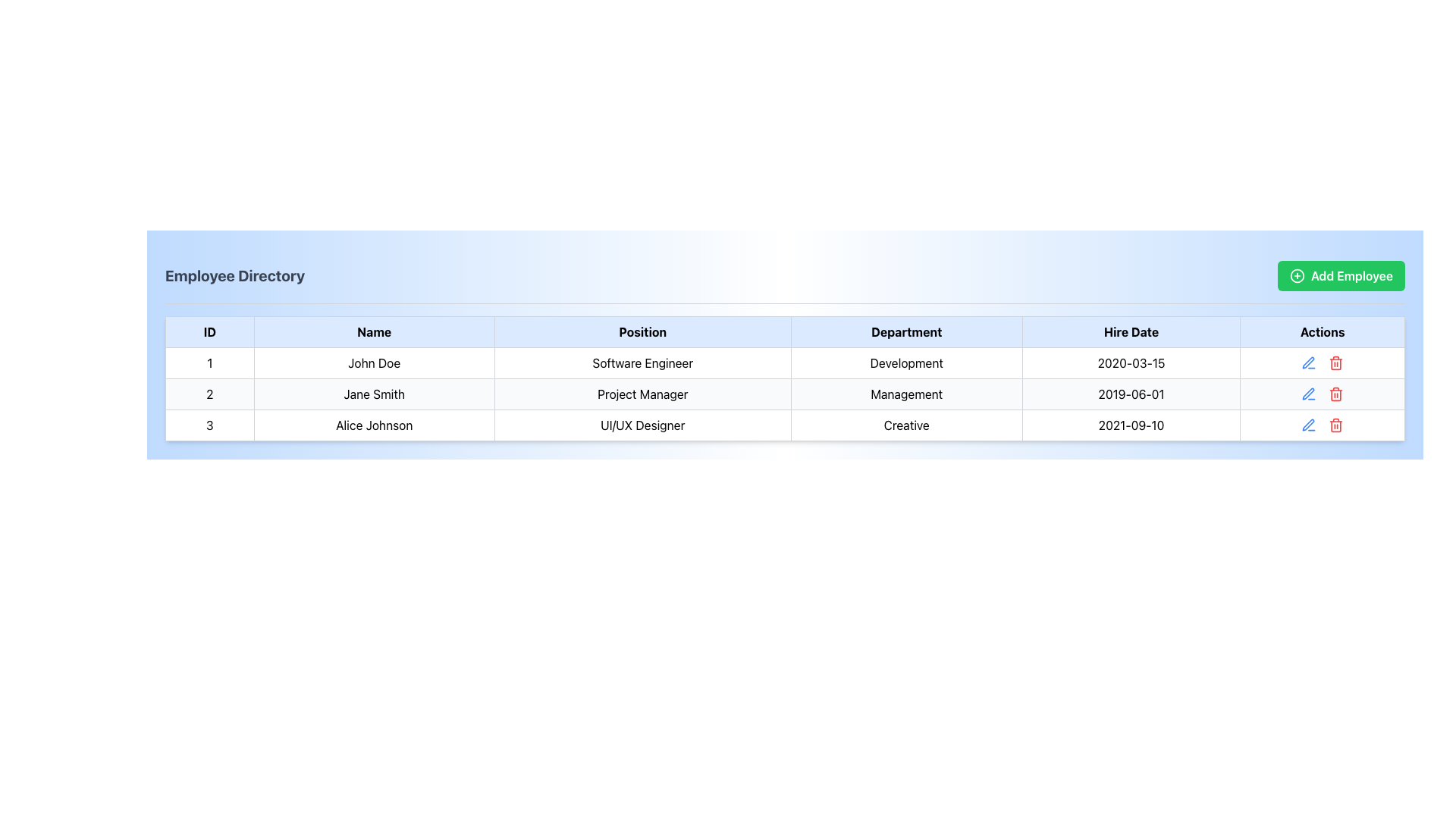 The image size is (1456, 819). Describe the element at coordinates (642, 362) in the screenshot. I see `the 'Position' text label for the 'John Doe' entry in the employee directory table` at that location.